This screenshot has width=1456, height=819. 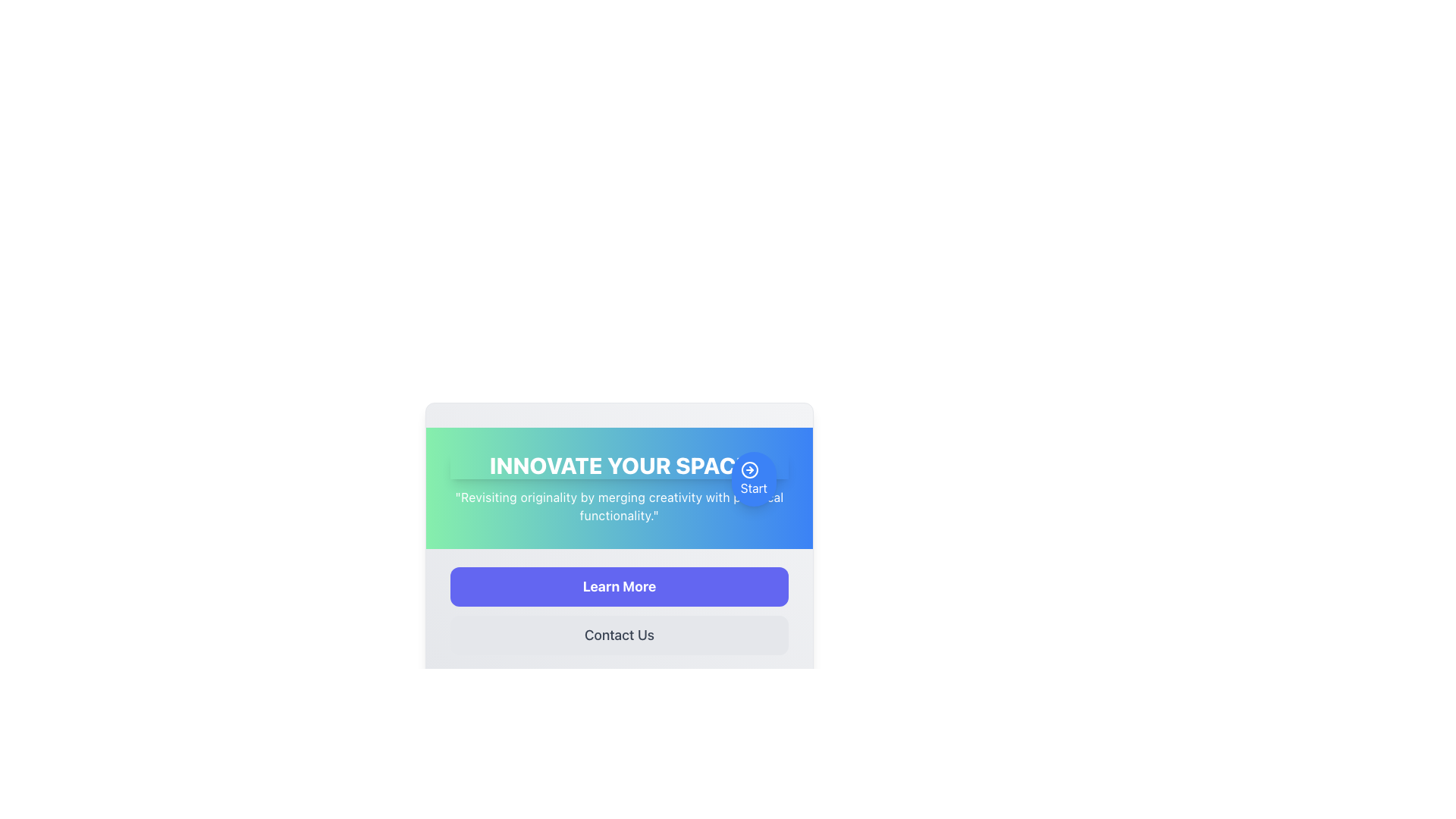 What do you see at coordinates (749, 469) in the screenshot?
I see `the SVG circle element which is part of the 'circle-arrow-right' icon located towards the upper right corner of the UI section, near the 'Start' label` at bounding box center [749, 469].